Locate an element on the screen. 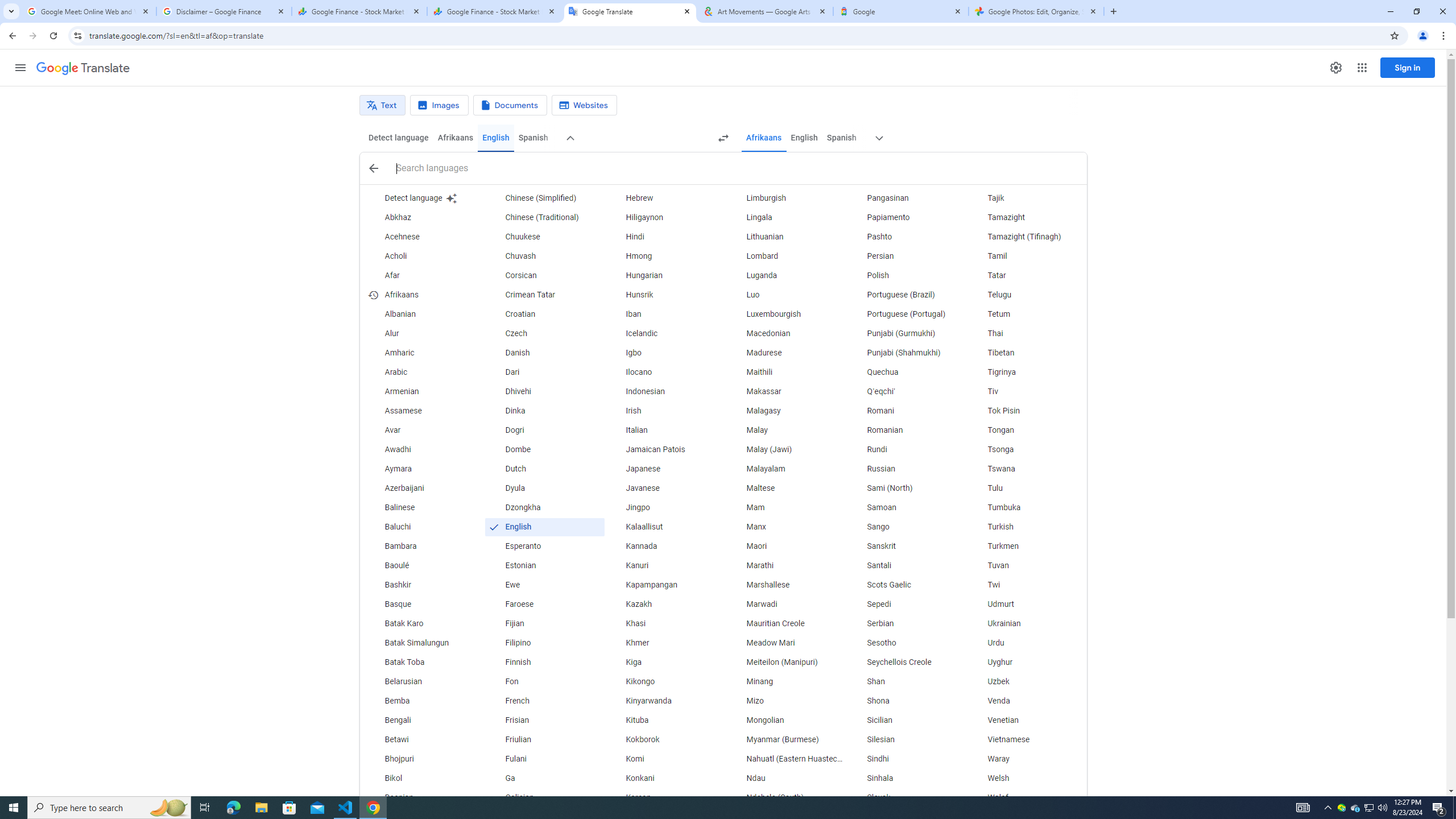 The width and height of the screenshot is (1456, 819). 'Pashto' is located at coordinates (906, 236).